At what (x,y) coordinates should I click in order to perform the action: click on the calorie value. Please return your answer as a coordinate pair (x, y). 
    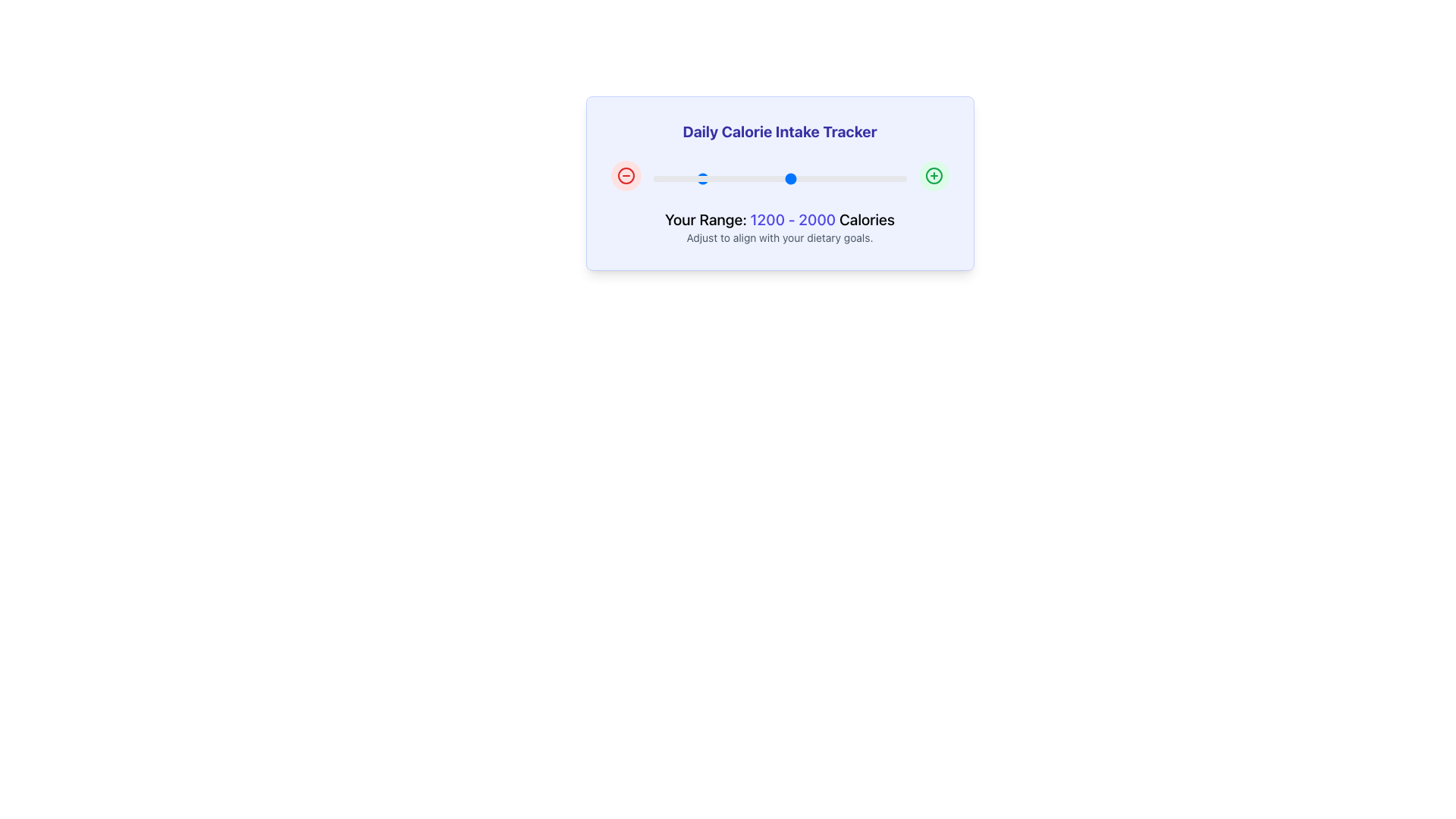
    Looking at the image, I should click on (761, 177).